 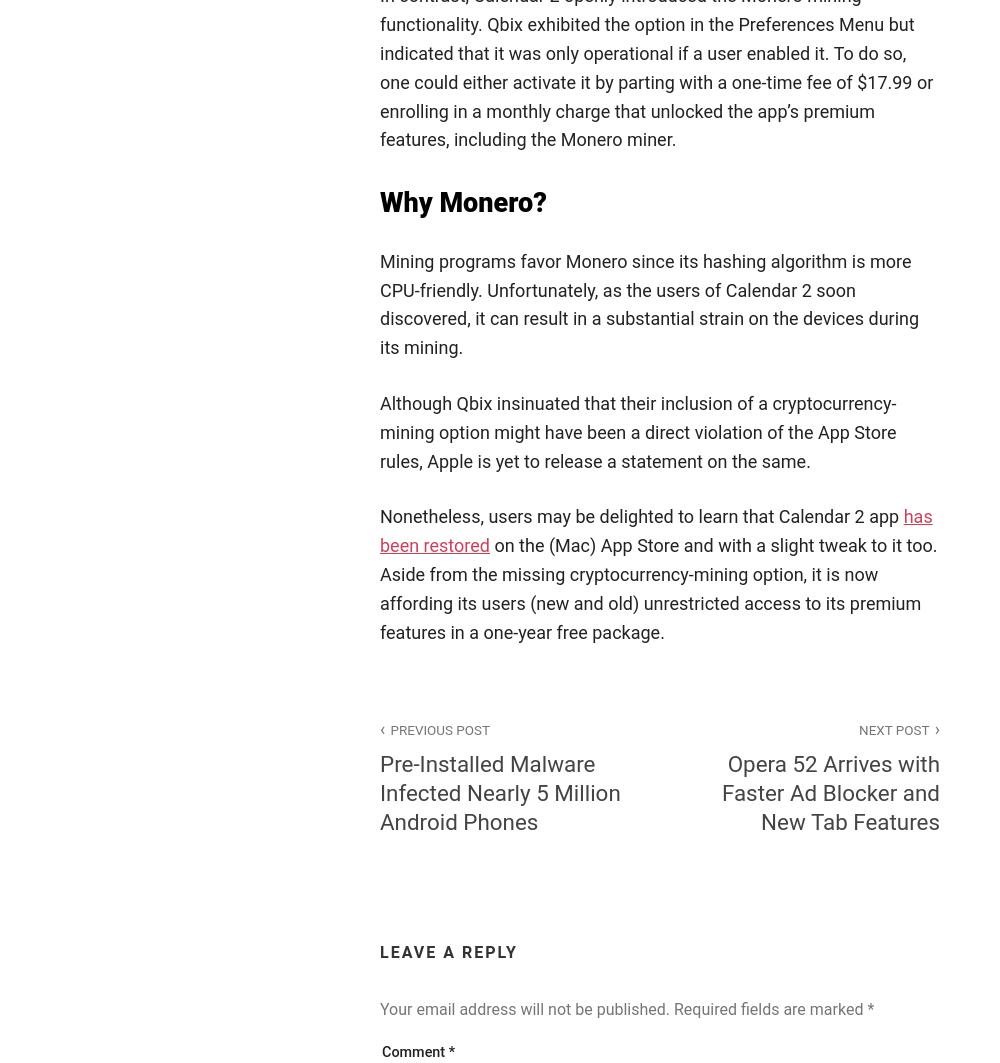 I want to click on 'Why Monero?', so click(x=462, y=203).